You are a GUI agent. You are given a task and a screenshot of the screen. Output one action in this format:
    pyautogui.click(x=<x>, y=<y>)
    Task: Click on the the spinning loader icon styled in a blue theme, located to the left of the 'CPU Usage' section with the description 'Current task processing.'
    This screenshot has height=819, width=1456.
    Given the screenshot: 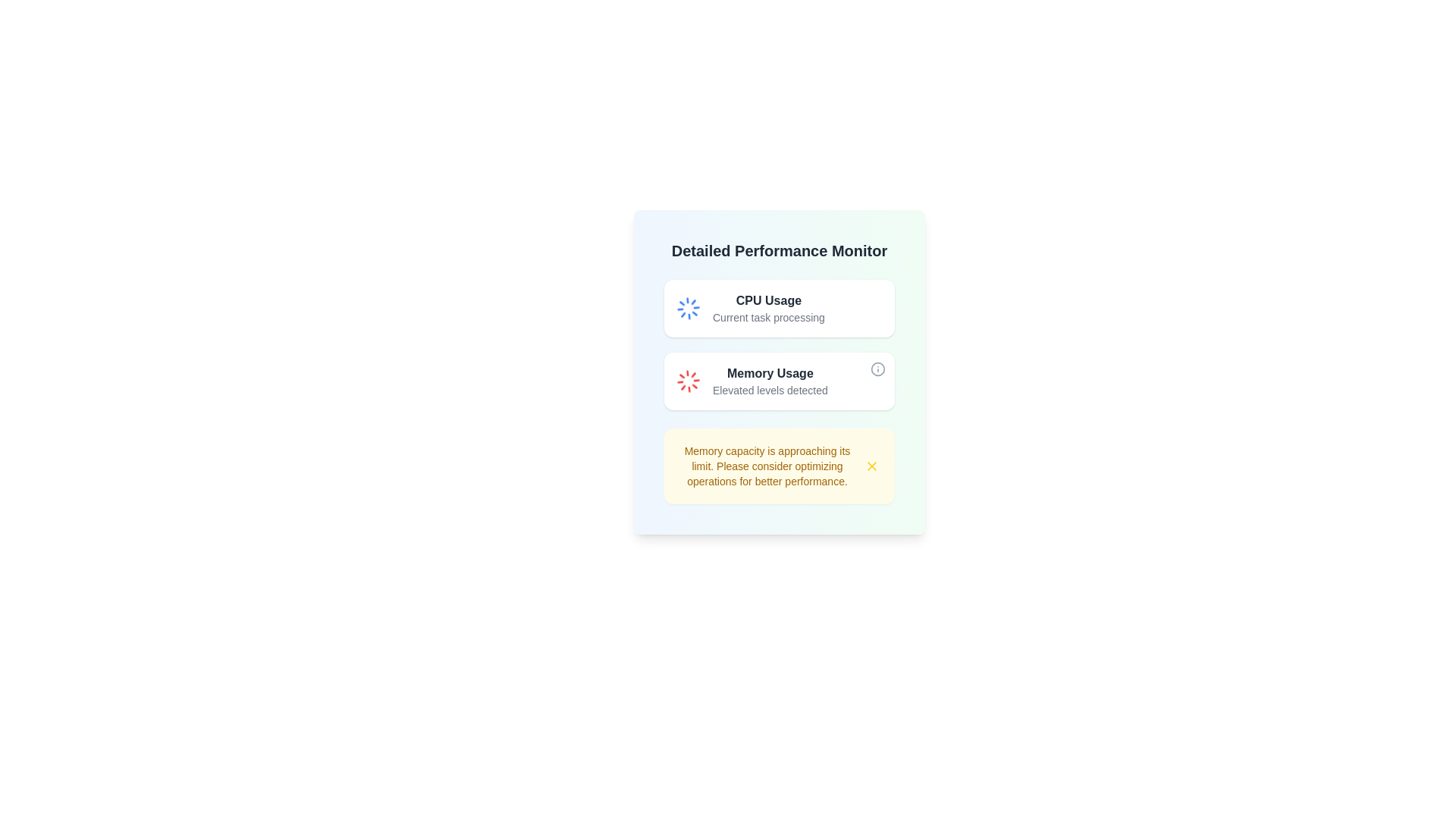 What is the action you would take?
    pyautogui.click(x=687, y=308)
    